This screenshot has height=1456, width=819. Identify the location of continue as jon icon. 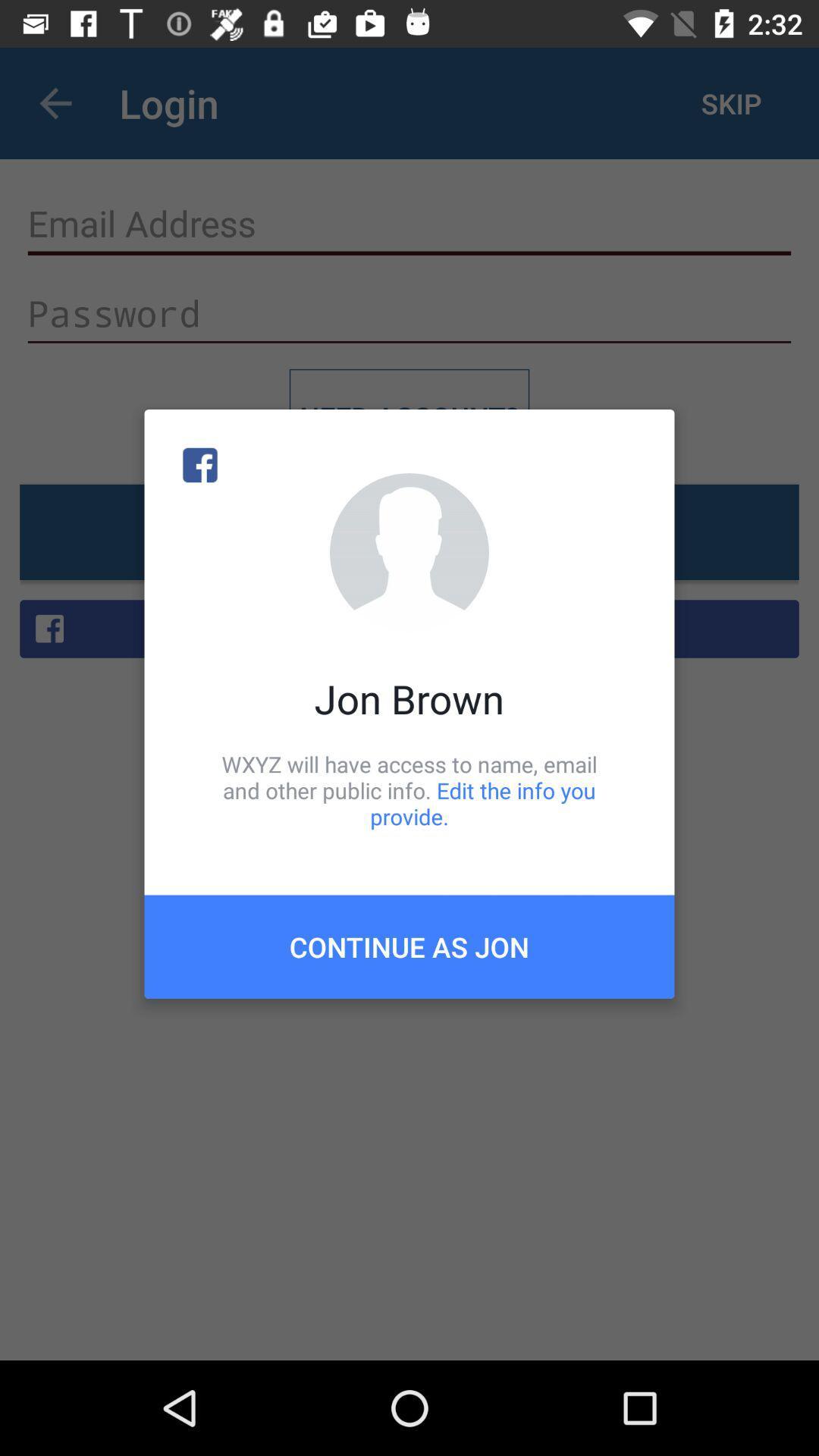
(409, 946).